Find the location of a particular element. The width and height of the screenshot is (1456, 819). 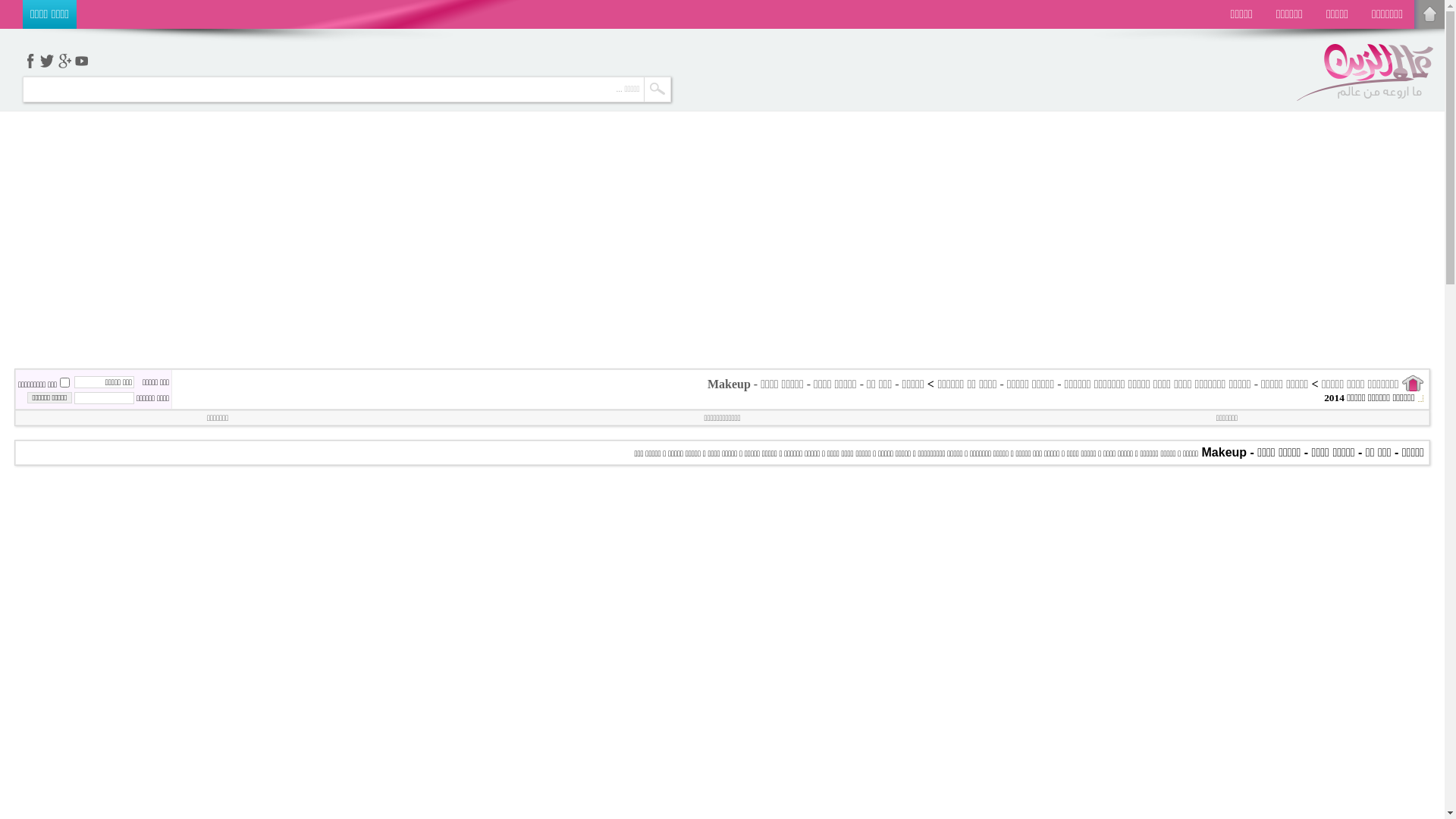

'Advertisement' is located at coordinates (722, 130).